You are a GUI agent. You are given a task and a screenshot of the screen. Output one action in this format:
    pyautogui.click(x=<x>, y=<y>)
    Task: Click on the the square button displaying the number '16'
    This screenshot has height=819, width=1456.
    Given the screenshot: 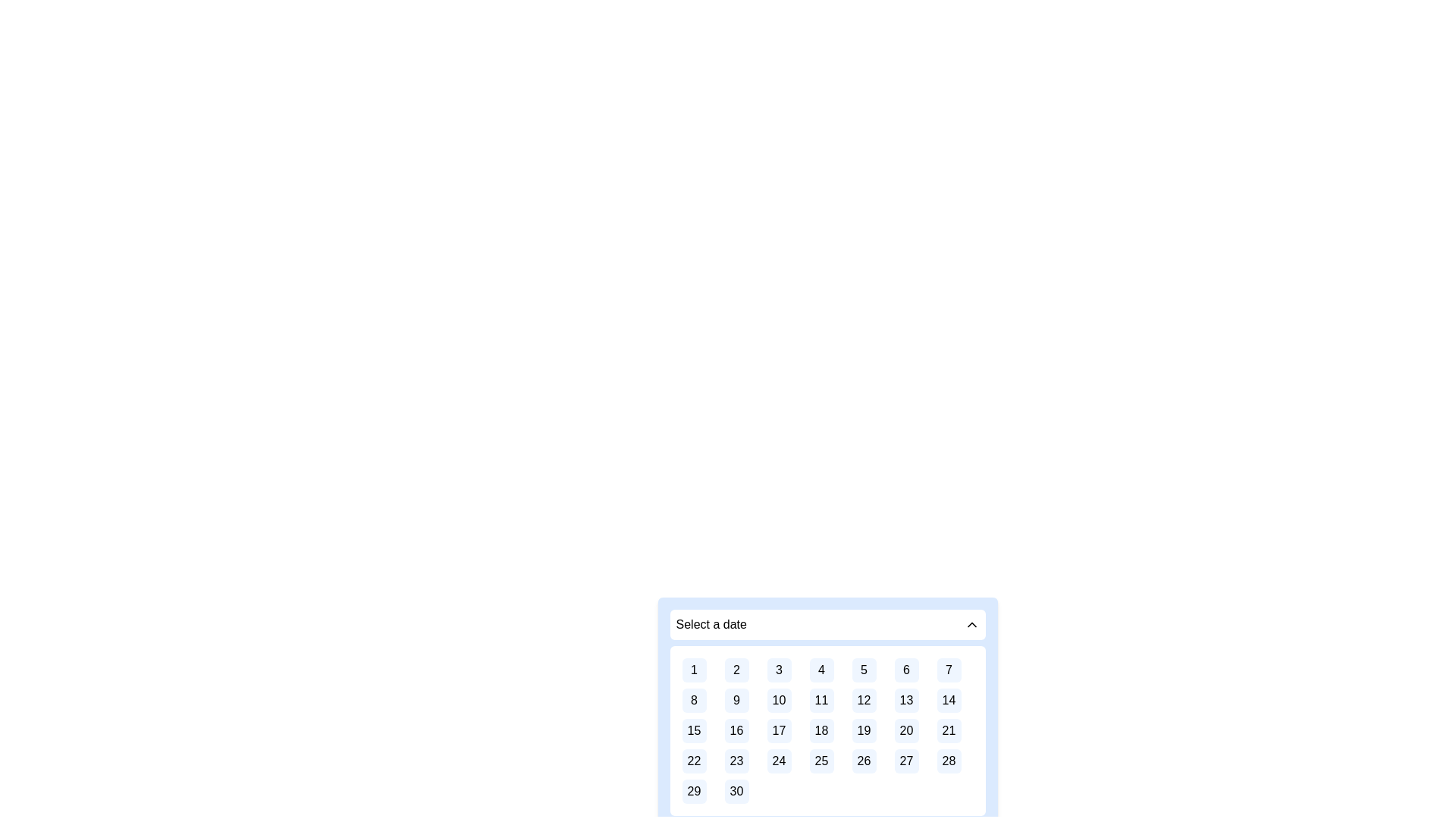 What is the action you would take?
    pyautogui.click(x=736, y=730)
    